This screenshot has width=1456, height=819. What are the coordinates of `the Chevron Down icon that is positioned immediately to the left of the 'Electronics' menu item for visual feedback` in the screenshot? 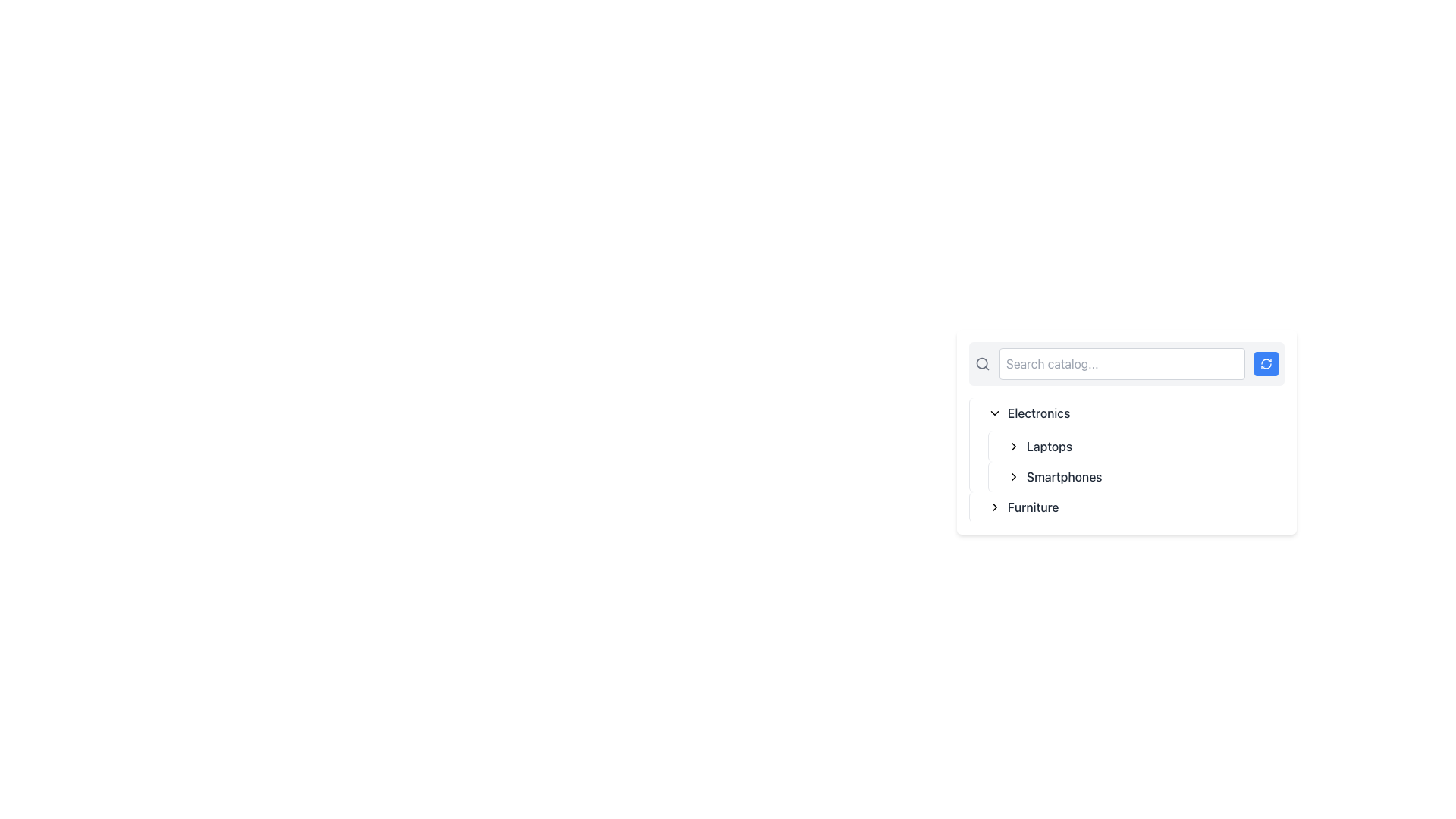 It's located at (994, 413).